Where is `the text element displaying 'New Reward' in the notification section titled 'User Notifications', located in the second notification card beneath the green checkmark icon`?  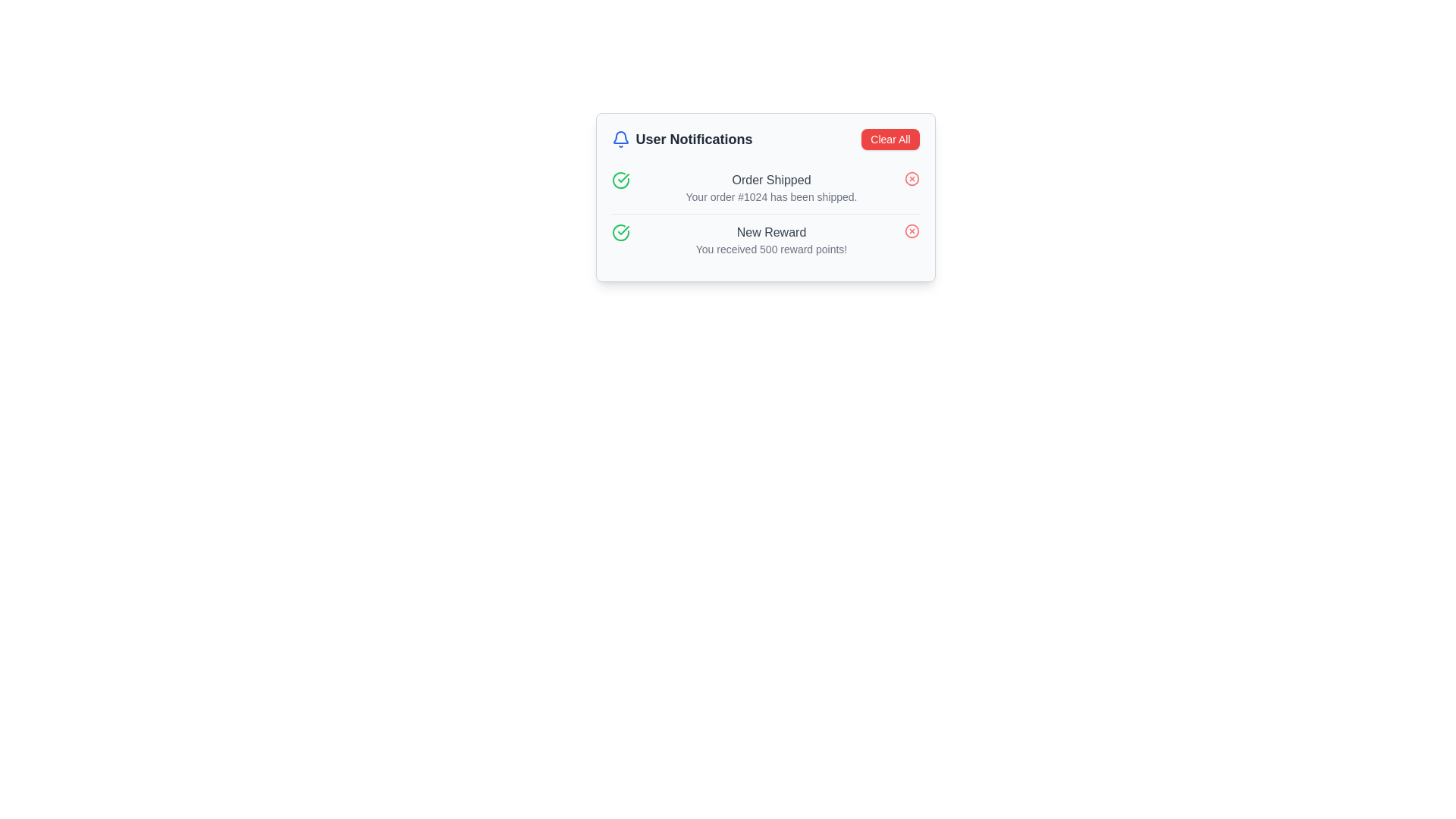 the text element displaying 'New Reward' in the notification section titled 'User Notifications', located in the second notification card beneath the green checkmark icon is located at coordinates (771, 233).